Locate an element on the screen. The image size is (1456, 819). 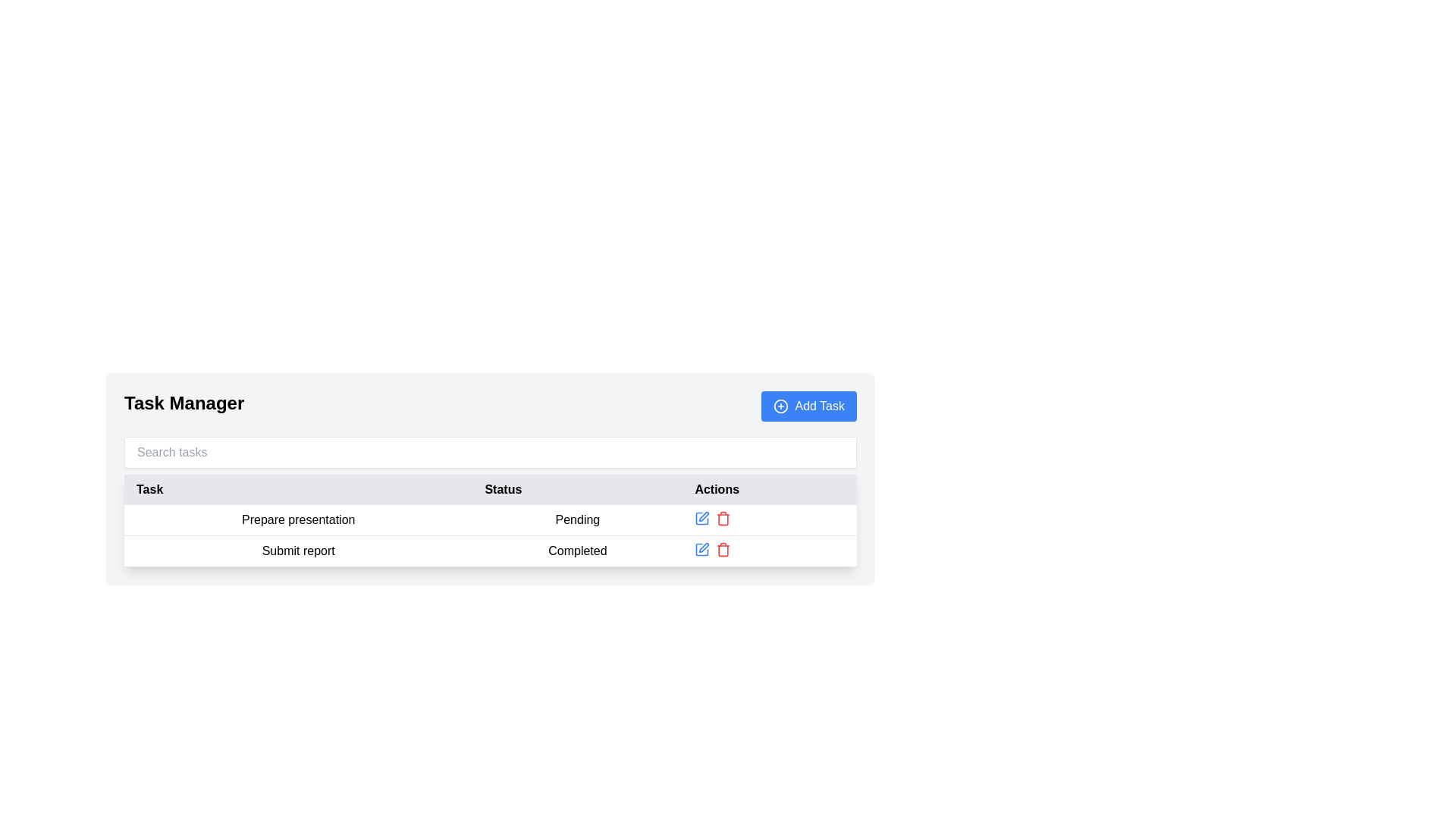
the 'Add Task' button located in the header section of the 'Task Manager' interface to observe potential hover effects is located at coordinates (808, 406).